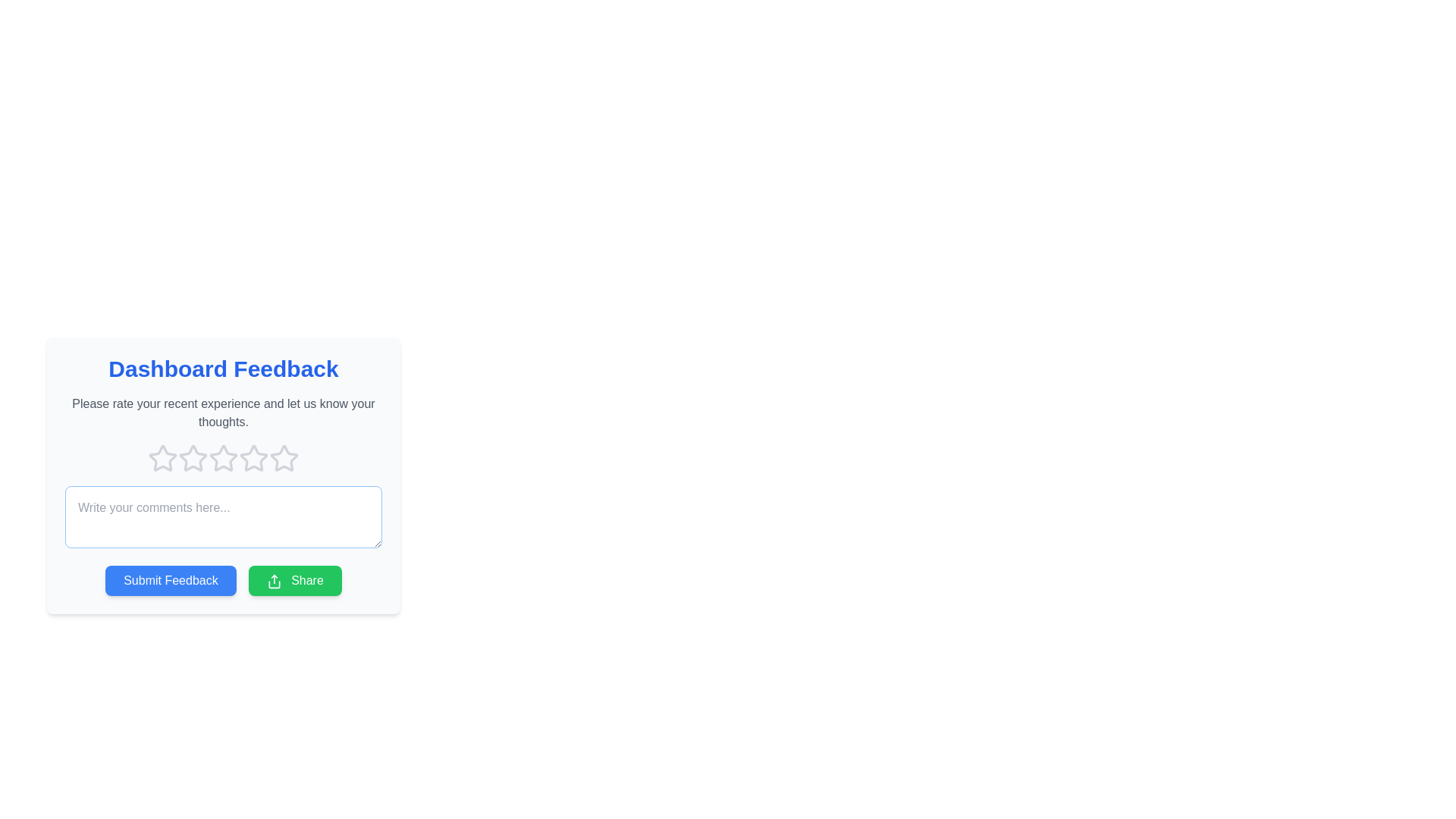  What do you see at coordinates (171, 580) in the screenshot?
I see `the blue 'Submit Feedback' button with bold white text` at bounding box center [171, 580].